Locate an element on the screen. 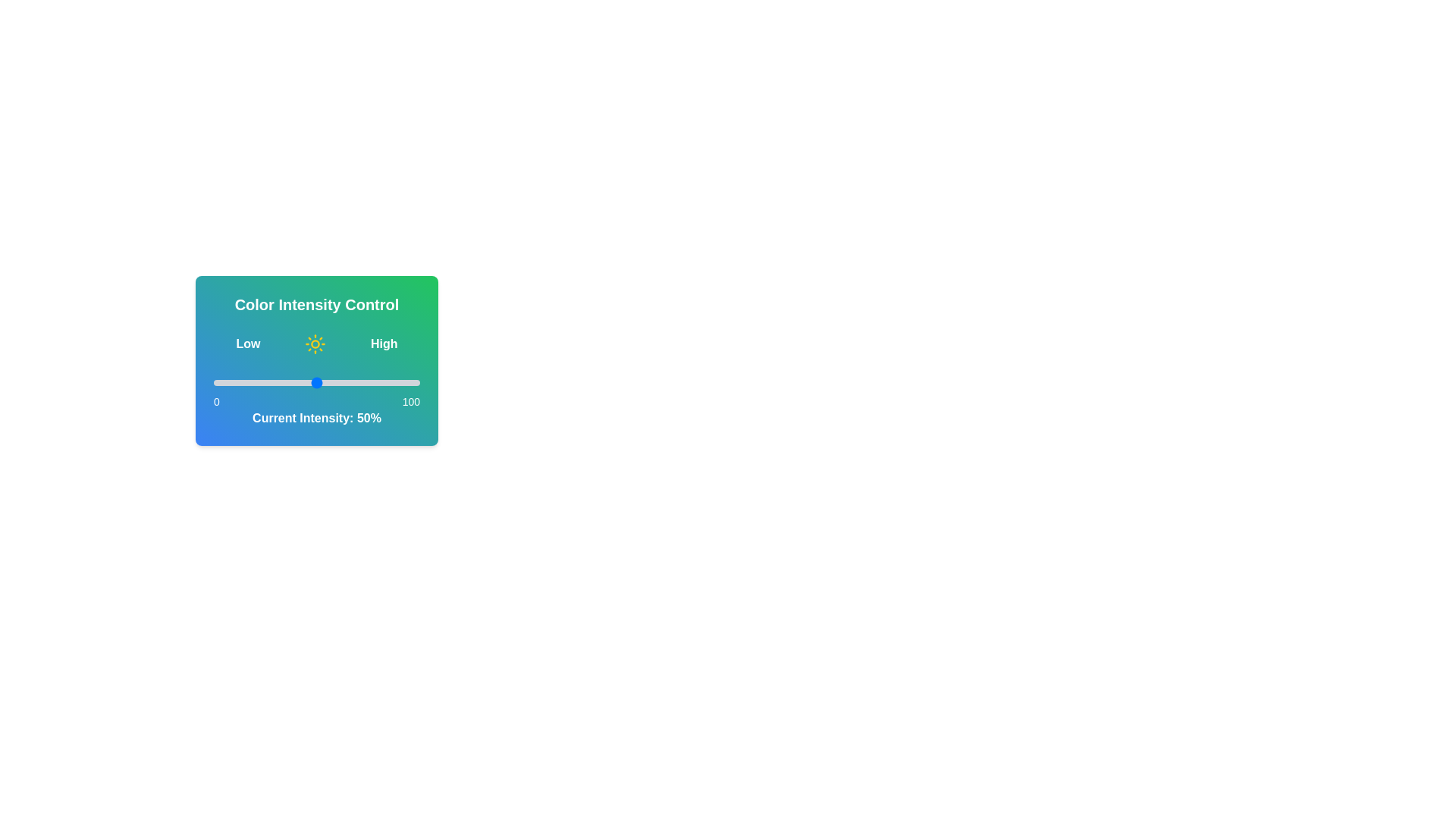 Image resolution: width=1456 pixels, height=819 pixels. the slider value is located at coordinates (302, 382).